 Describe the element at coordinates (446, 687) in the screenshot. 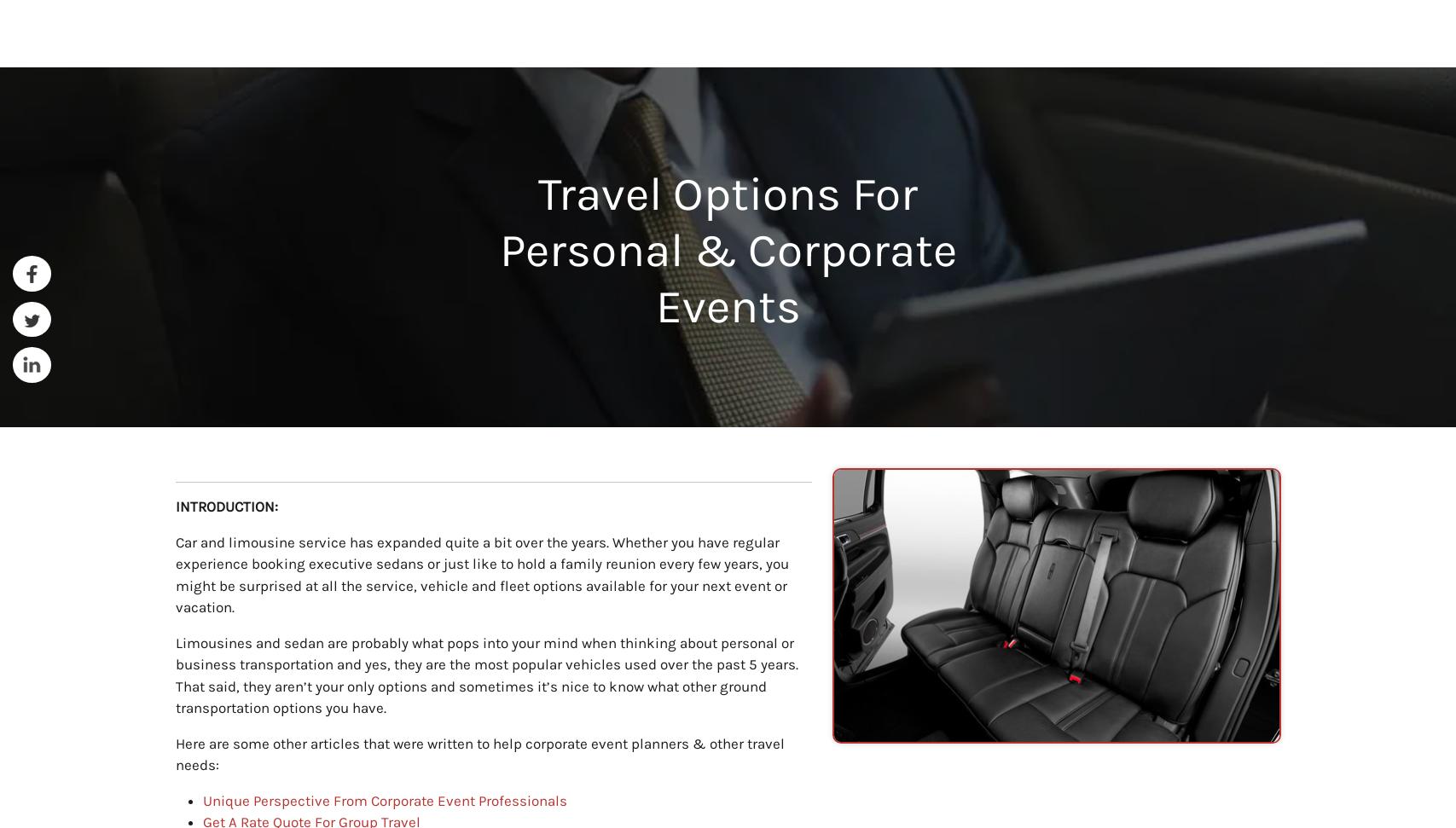

I see `'Our driver arrived a few minutes early, was professional, courteous and got us to the airport for our early morning flight without any problem! The car was immaculate and comfortable. I especially liked the 24 hour and 2 hour trip notification that was sent via email. It was reassuring to know they were following up. I highly recommend Corporate Sedan for any transportation needs!'` at that location.